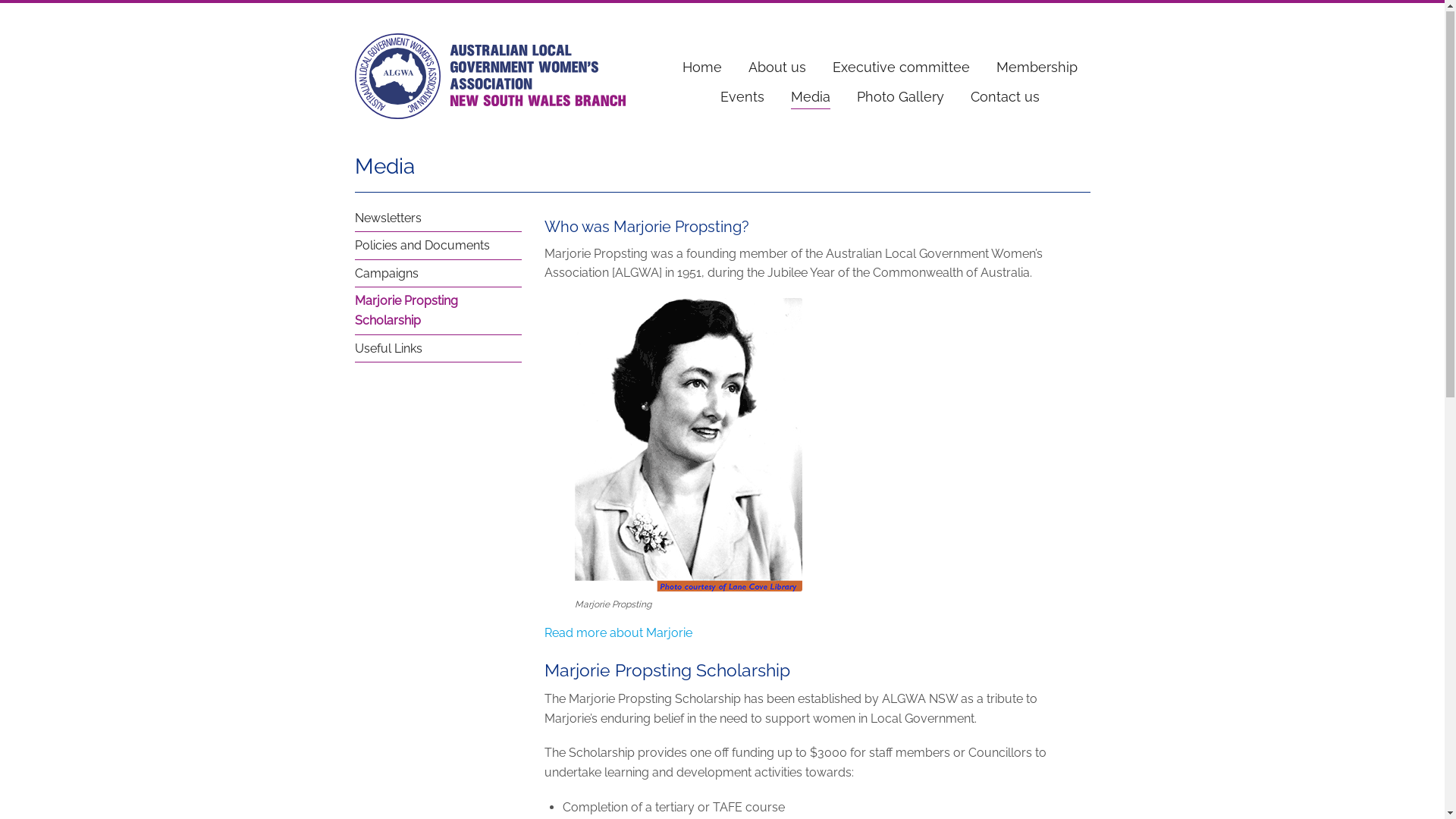 This screenshot has width=1456, height=819. I want to click on 'Executive committee', so click(832, 67).